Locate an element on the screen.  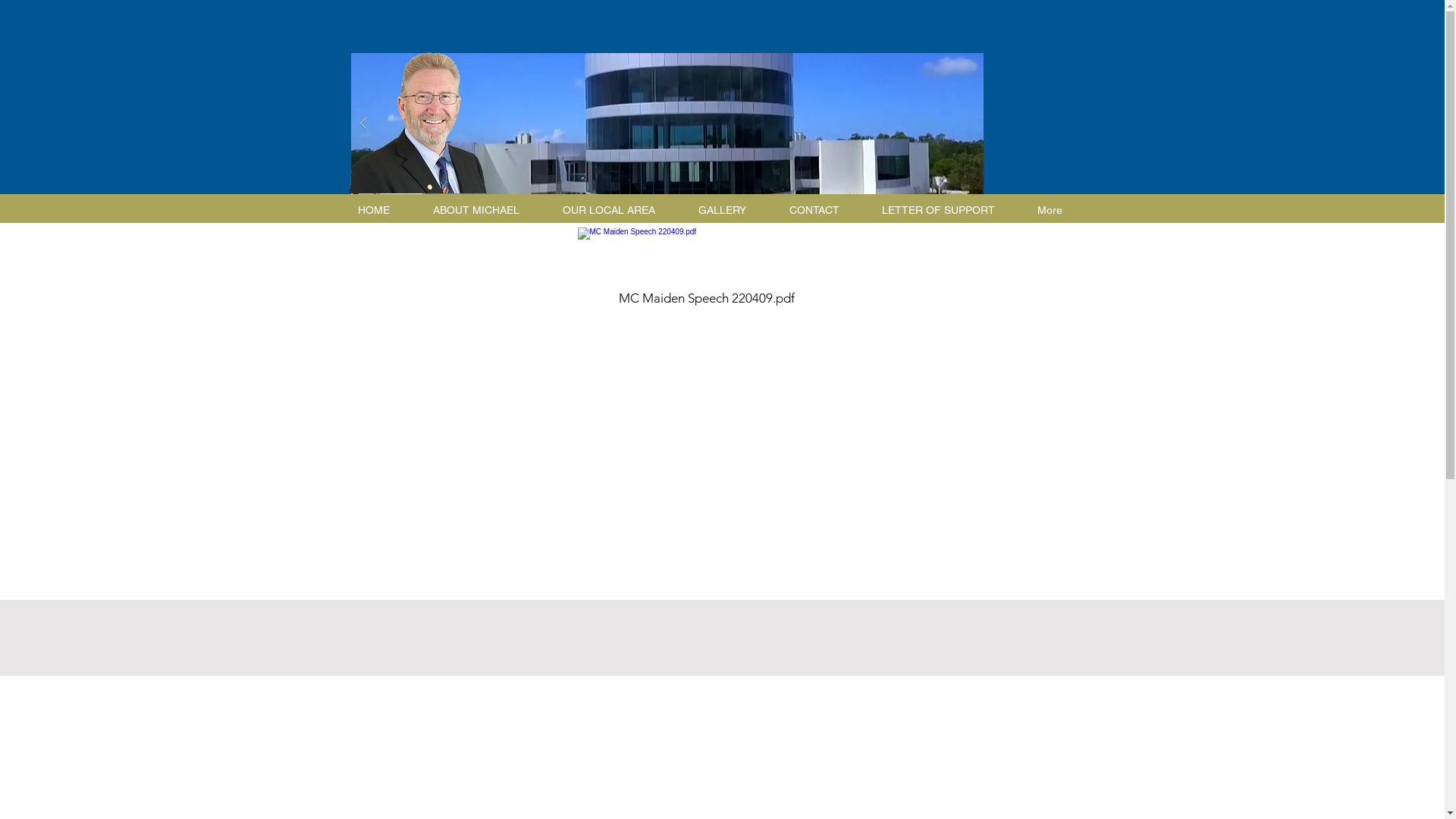
'ABOUT MICHAEL' is located at coordinates (482, 210).